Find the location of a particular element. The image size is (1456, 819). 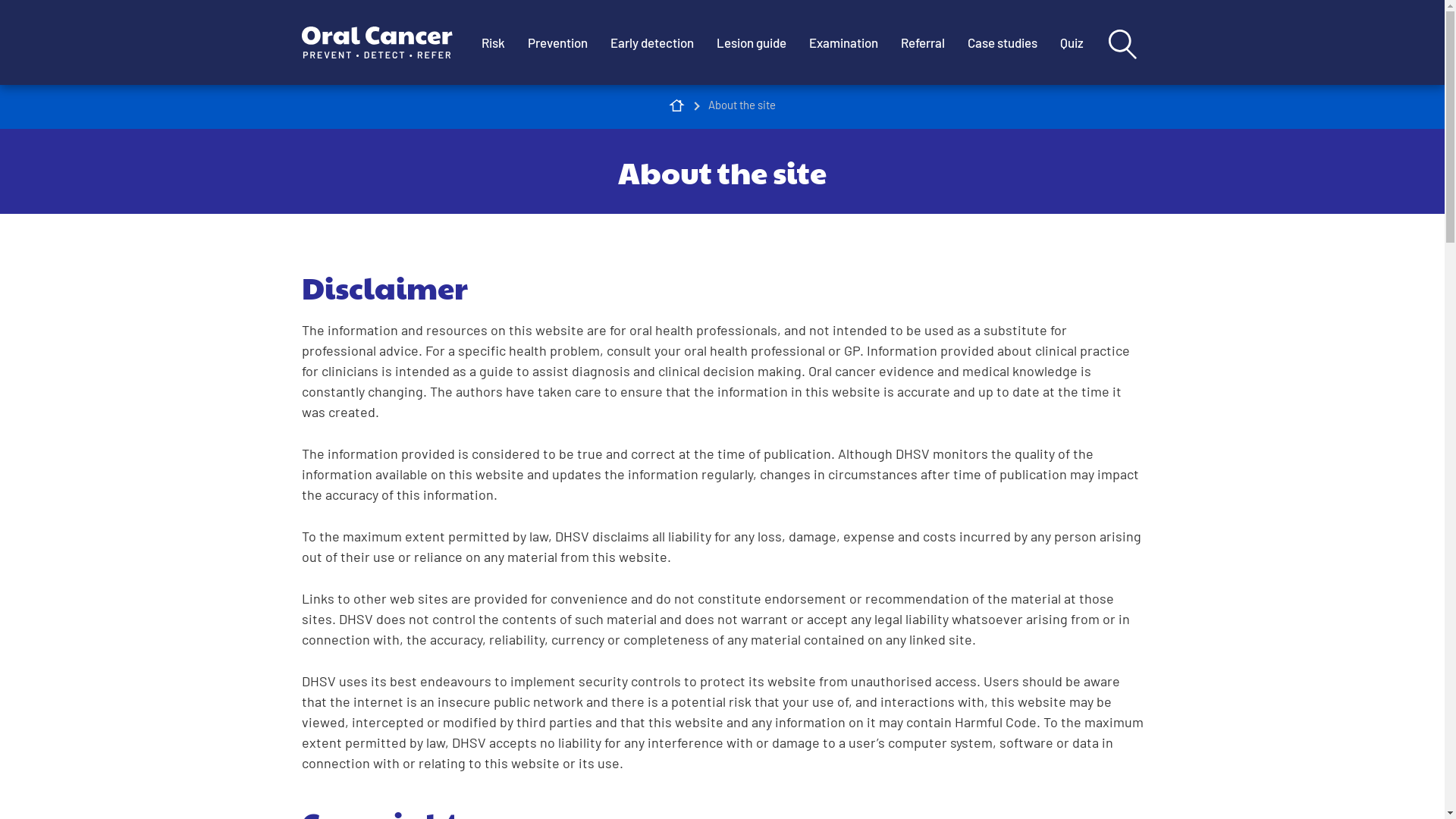

'Early detection' is located at coordinates (651, 42).